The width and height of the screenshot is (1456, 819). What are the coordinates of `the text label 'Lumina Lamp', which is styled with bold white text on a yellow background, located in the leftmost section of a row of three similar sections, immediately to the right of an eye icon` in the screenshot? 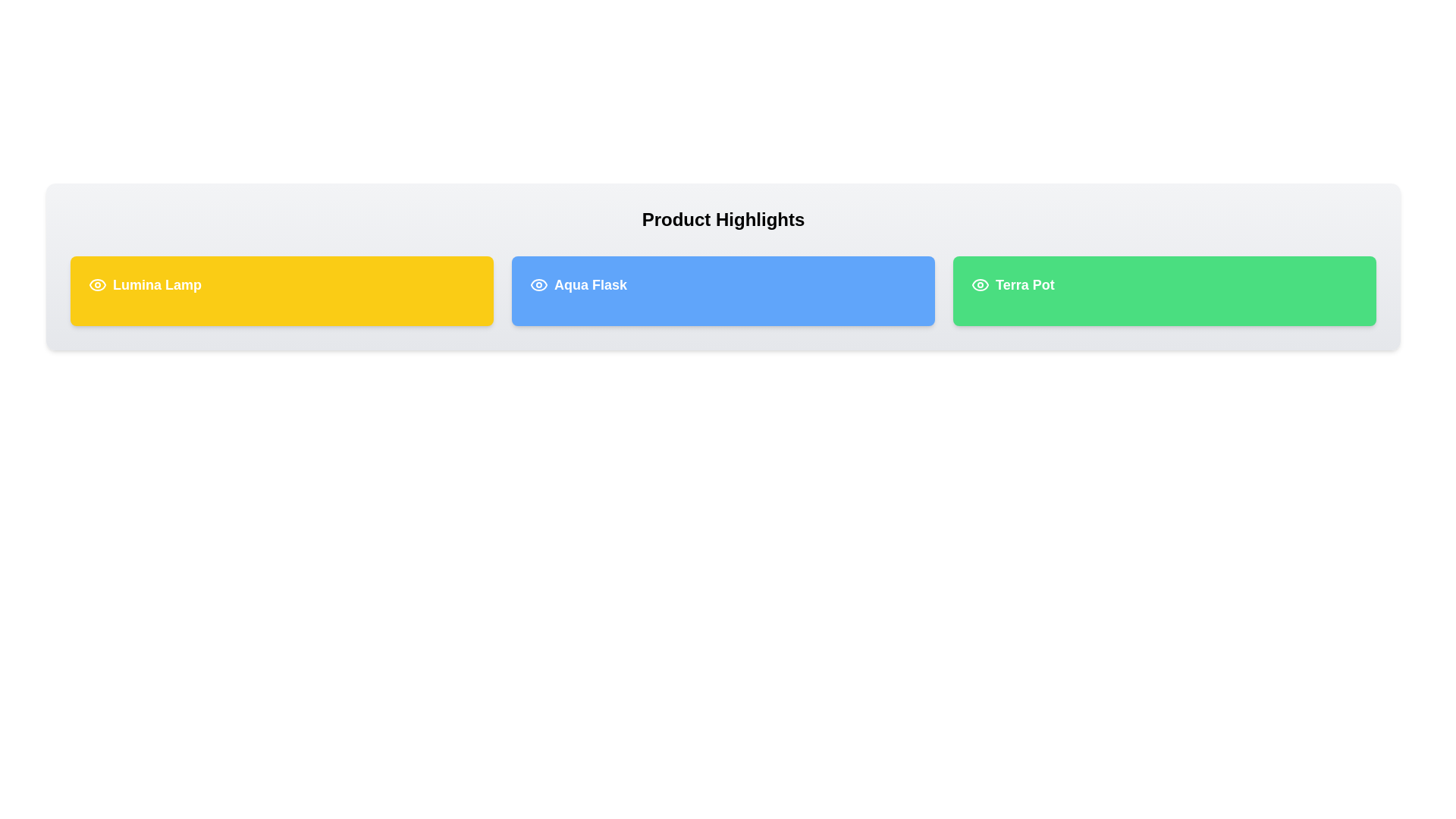 It's located at (157, 284).